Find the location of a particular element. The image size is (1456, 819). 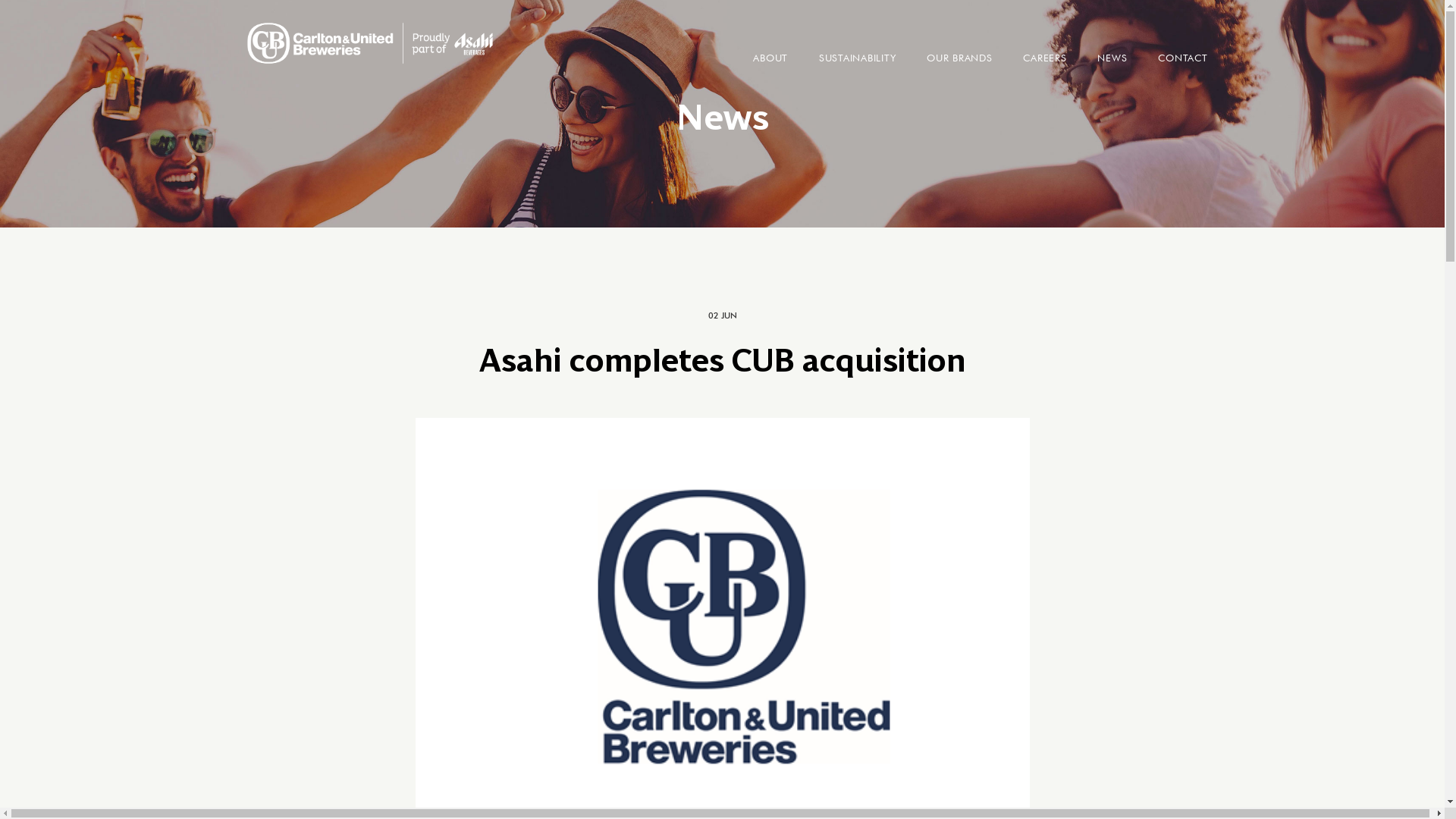

'CAREERS' is located at coordinates (1043, 63).